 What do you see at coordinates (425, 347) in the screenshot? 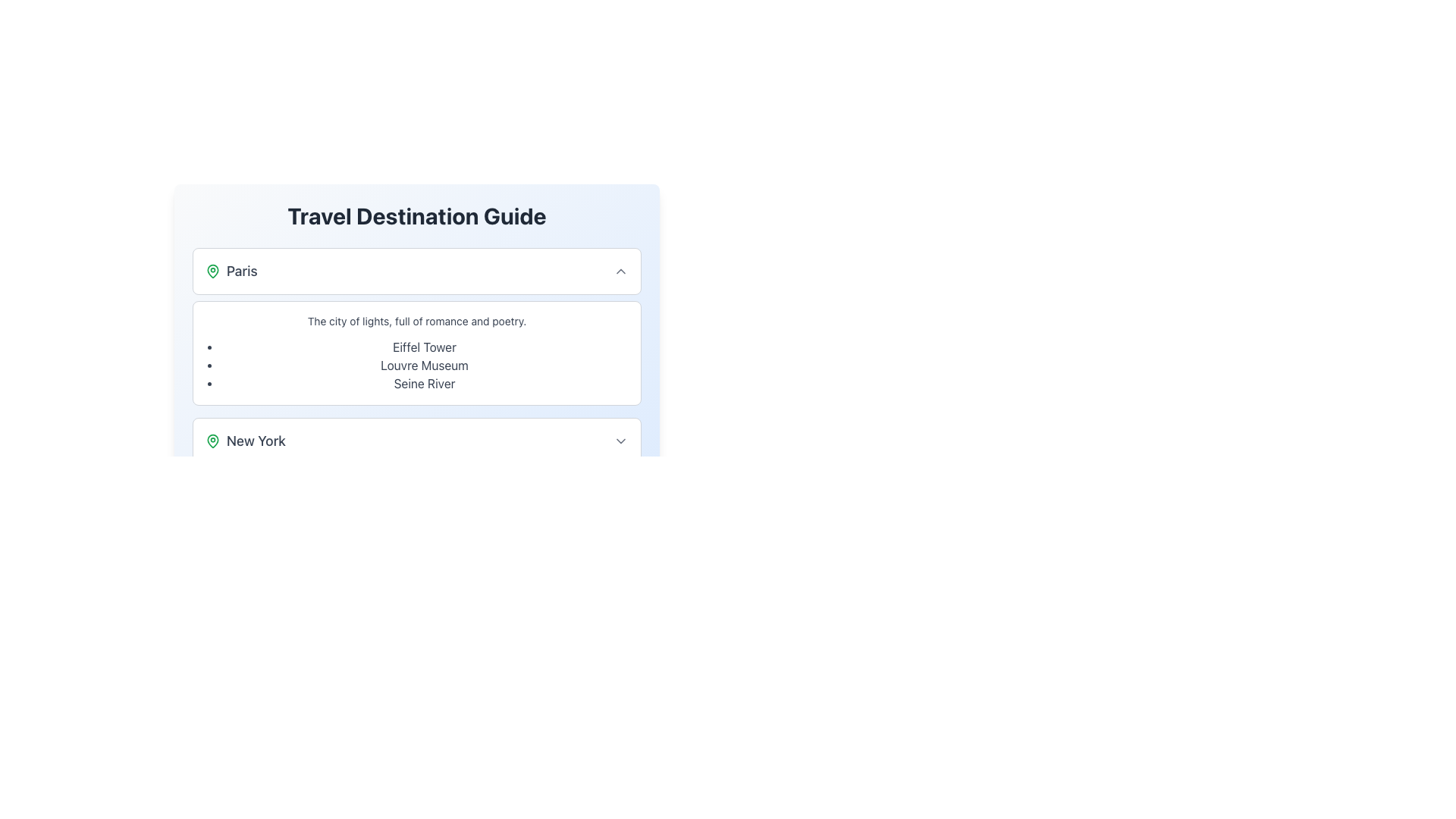
I see `text content of the first item in the bulleted list displaying 'Eiffel Tower', which is part of the section dedicated to 'Paris' under the 'Travel Destination Guide'` at bounding box center [425, 347].